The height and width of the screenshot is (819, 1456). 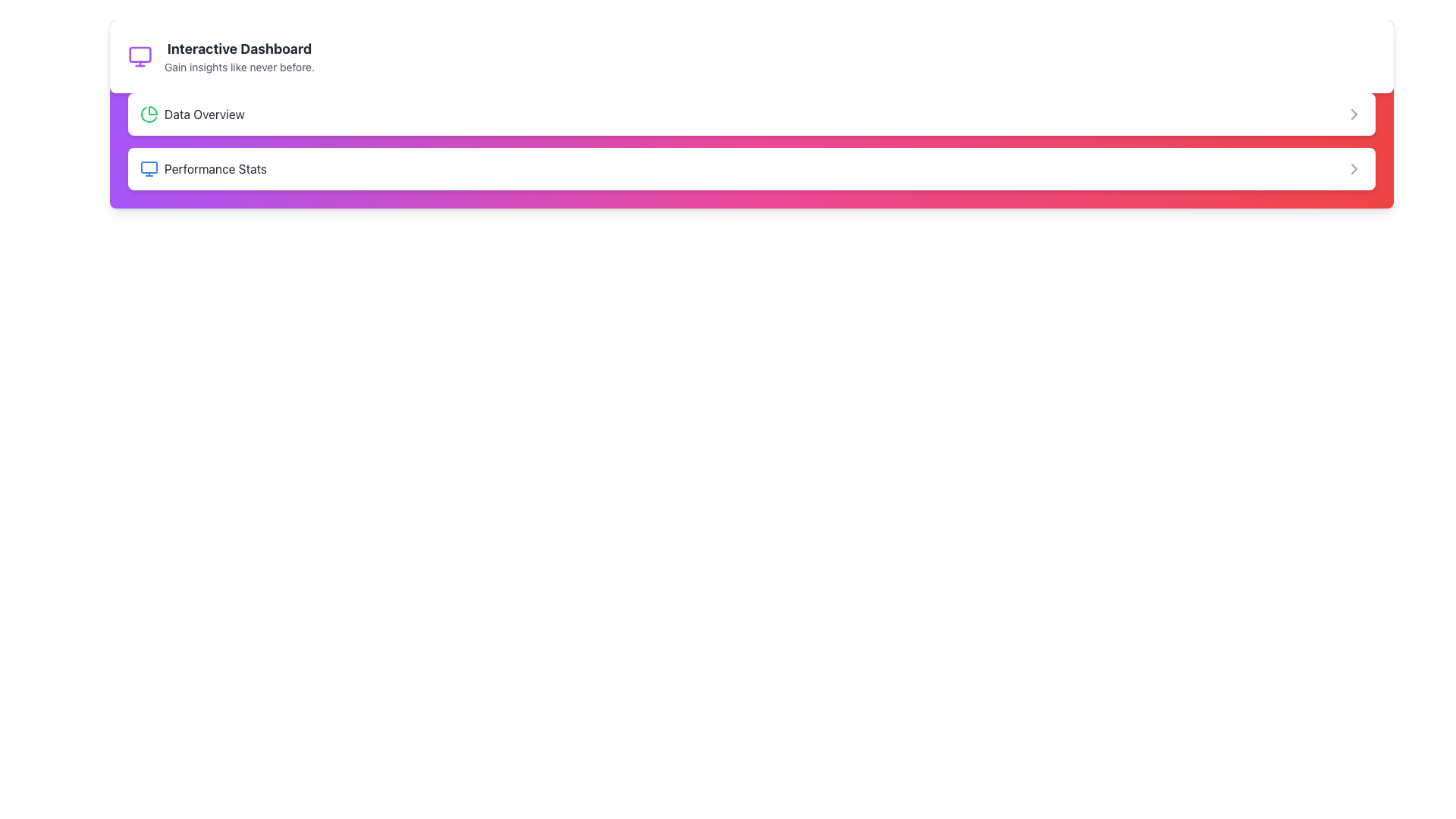 What do you see at coordinates (140, 55) in the screenshot?
I see `the visual indicator icon located in the top-left portion of the interface, before the title text 'Interactive Dashboard'` at bounding box center [140, 55].